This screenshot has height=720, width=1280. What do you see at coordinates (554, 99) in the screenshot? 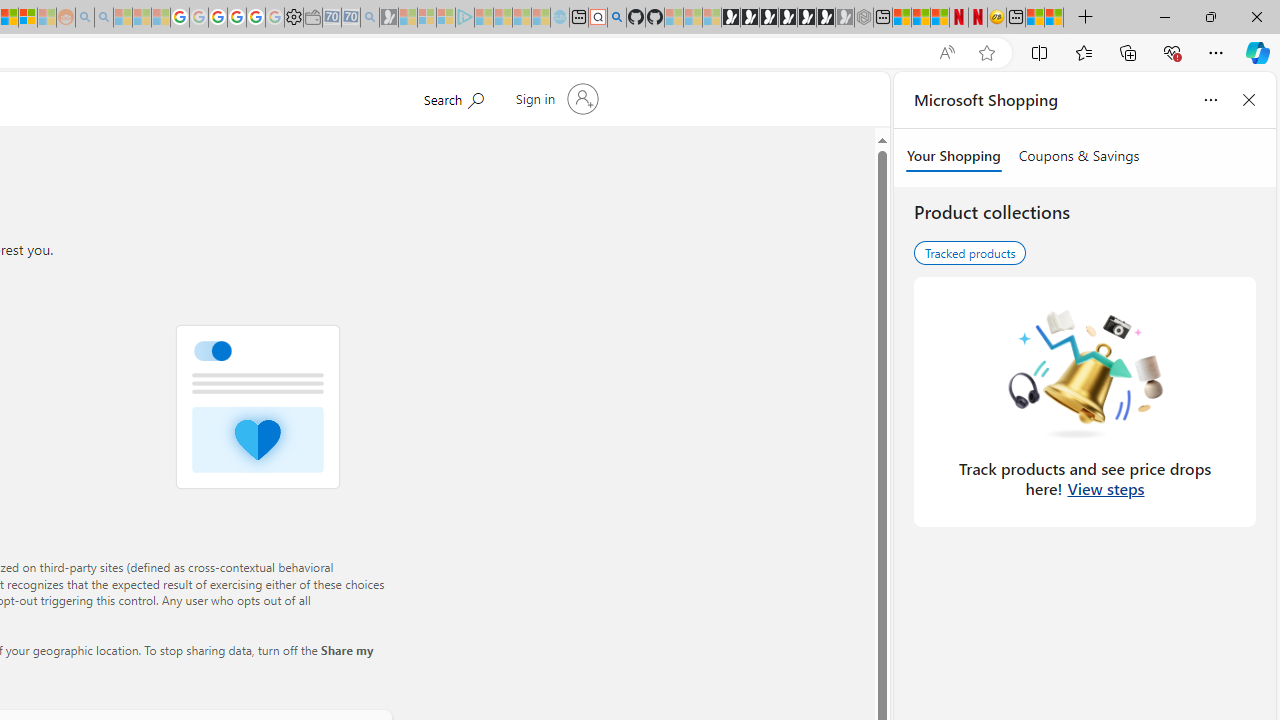
I see `'Sign in to your account'` at bounding box center [554, 99].